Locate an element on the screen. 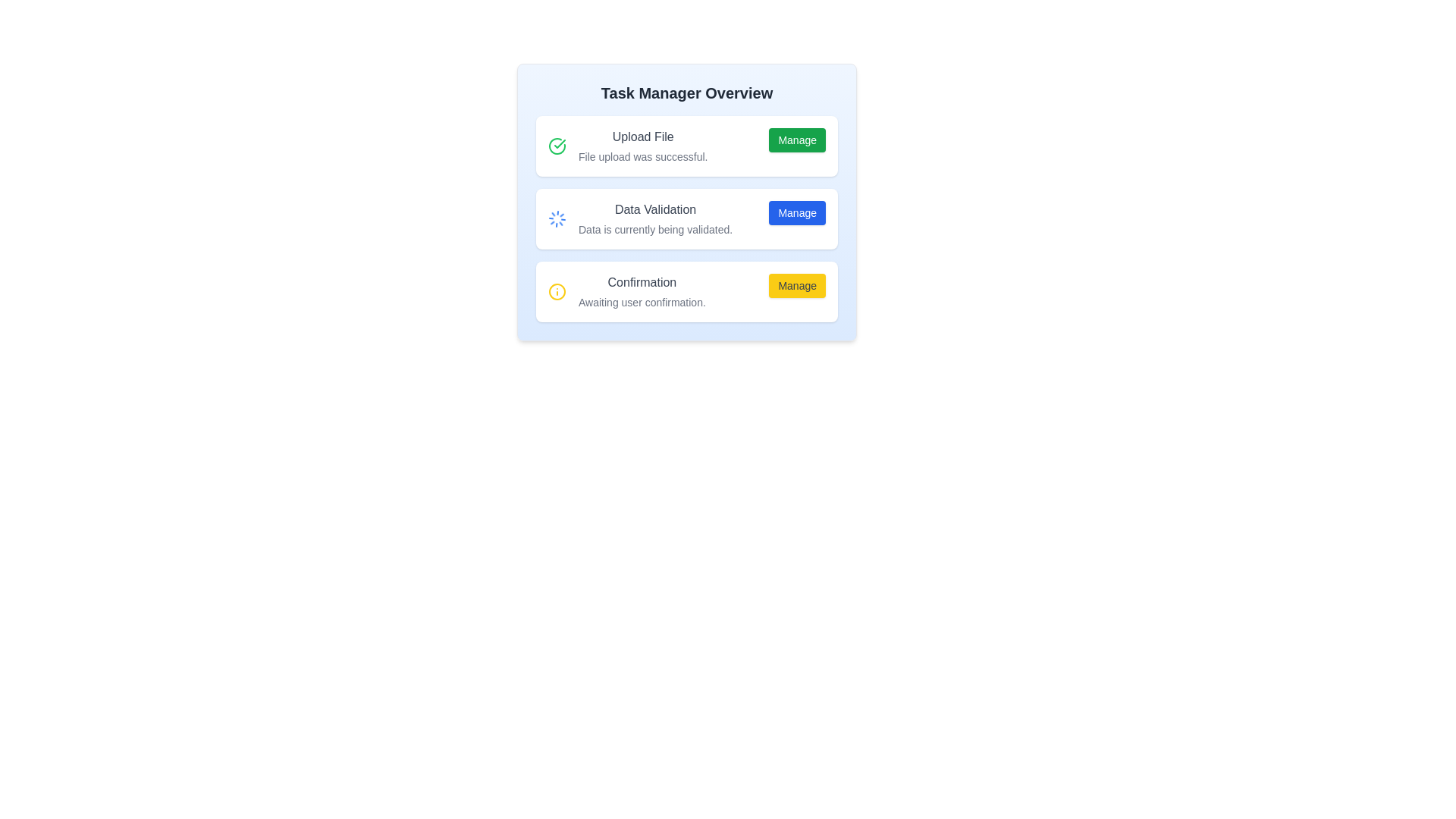 The width and height of the screenshot is (1456, 819). the text label in the 'Confirmation' section that indicates user confirmation is awaited for this task is located at coordinates (642, 292).